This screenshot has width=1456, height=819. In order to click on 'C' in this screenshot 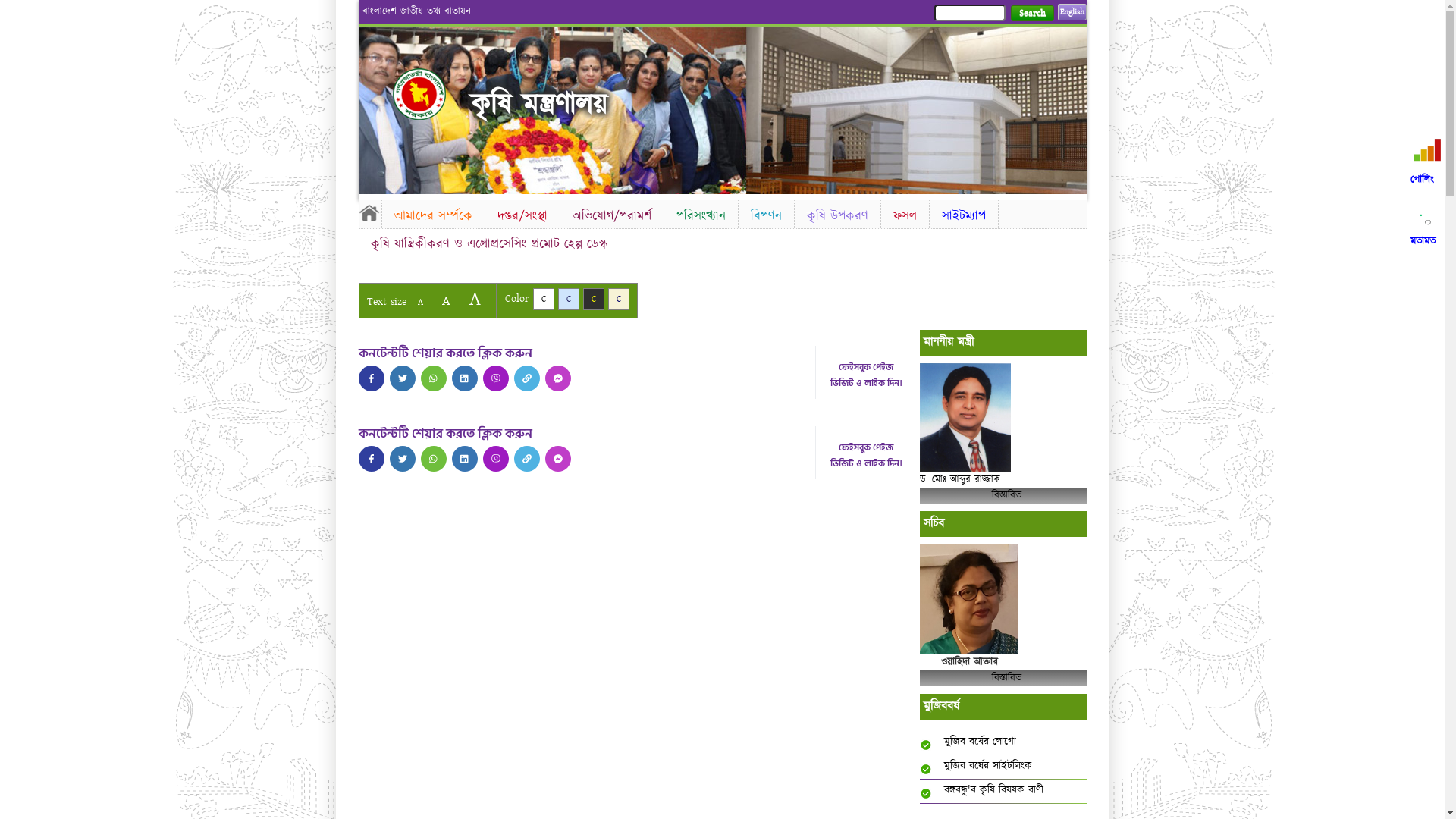, I will do `click(619, 299)`.